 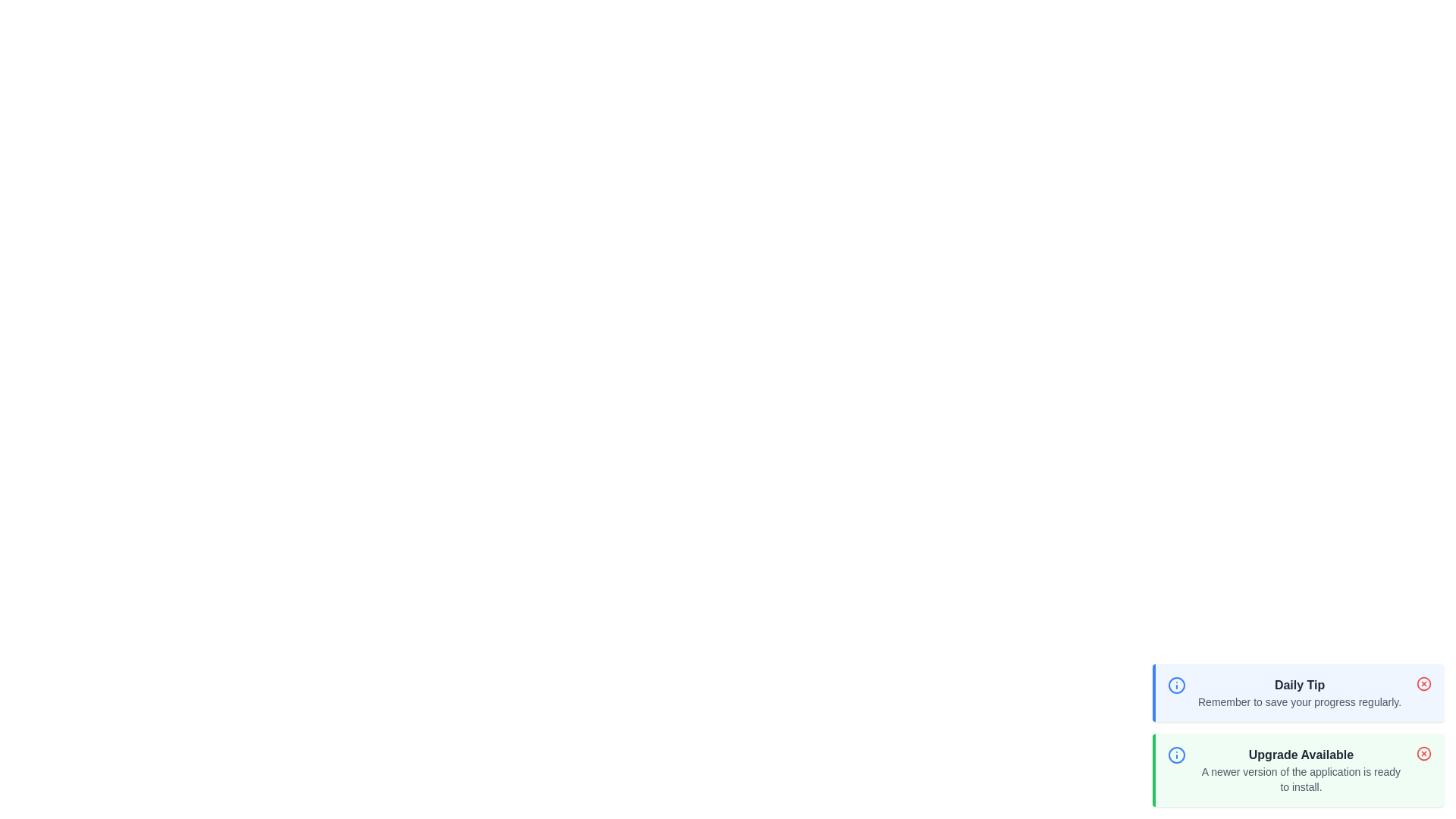 What do you see at coordinates (1423, 754) in the screenshot?
I see `the close button of the notification titled Upgrade Available` at bounding box center [1423, 754].